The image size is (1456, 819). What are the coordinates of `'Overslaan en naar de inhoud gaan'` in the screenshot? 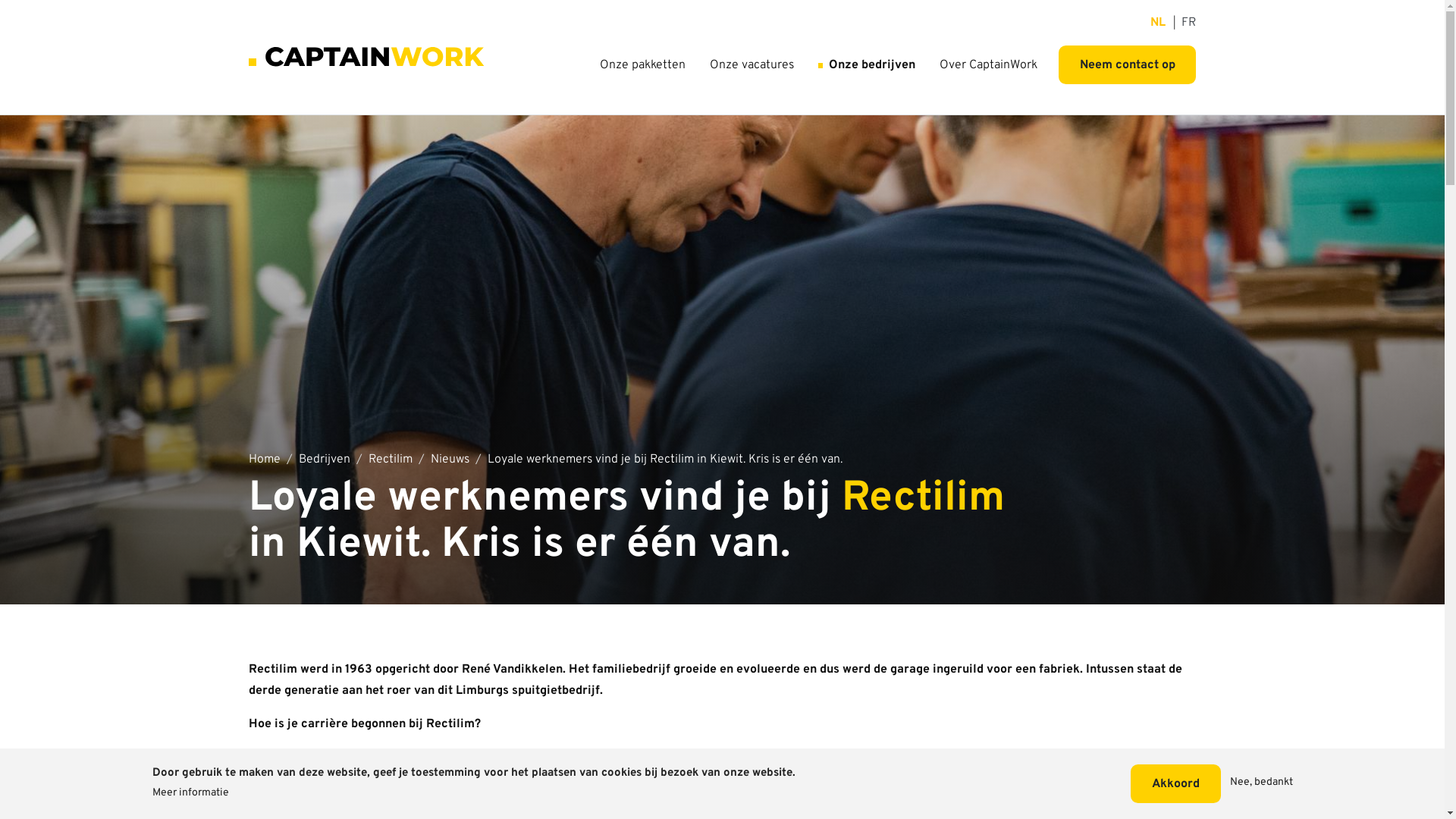 It's located at (721, 8).